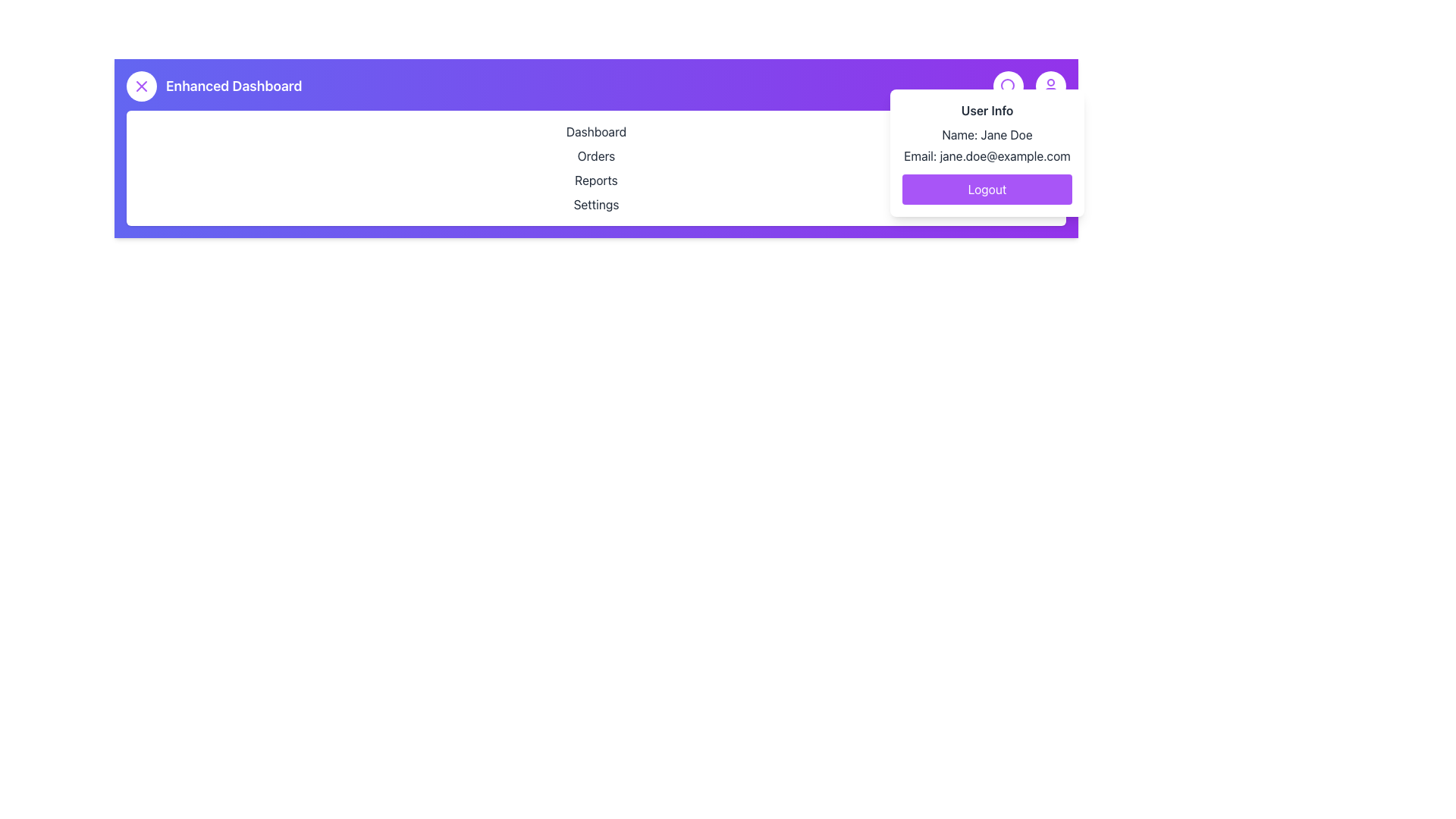 The height and width of the screenshot is (819, 1456). Describe the element at coordinates (142, 86) in the screenshot. I see `the close icon button located at the top-left corner of the interface, within a circular, purple-bordered button` at that location.